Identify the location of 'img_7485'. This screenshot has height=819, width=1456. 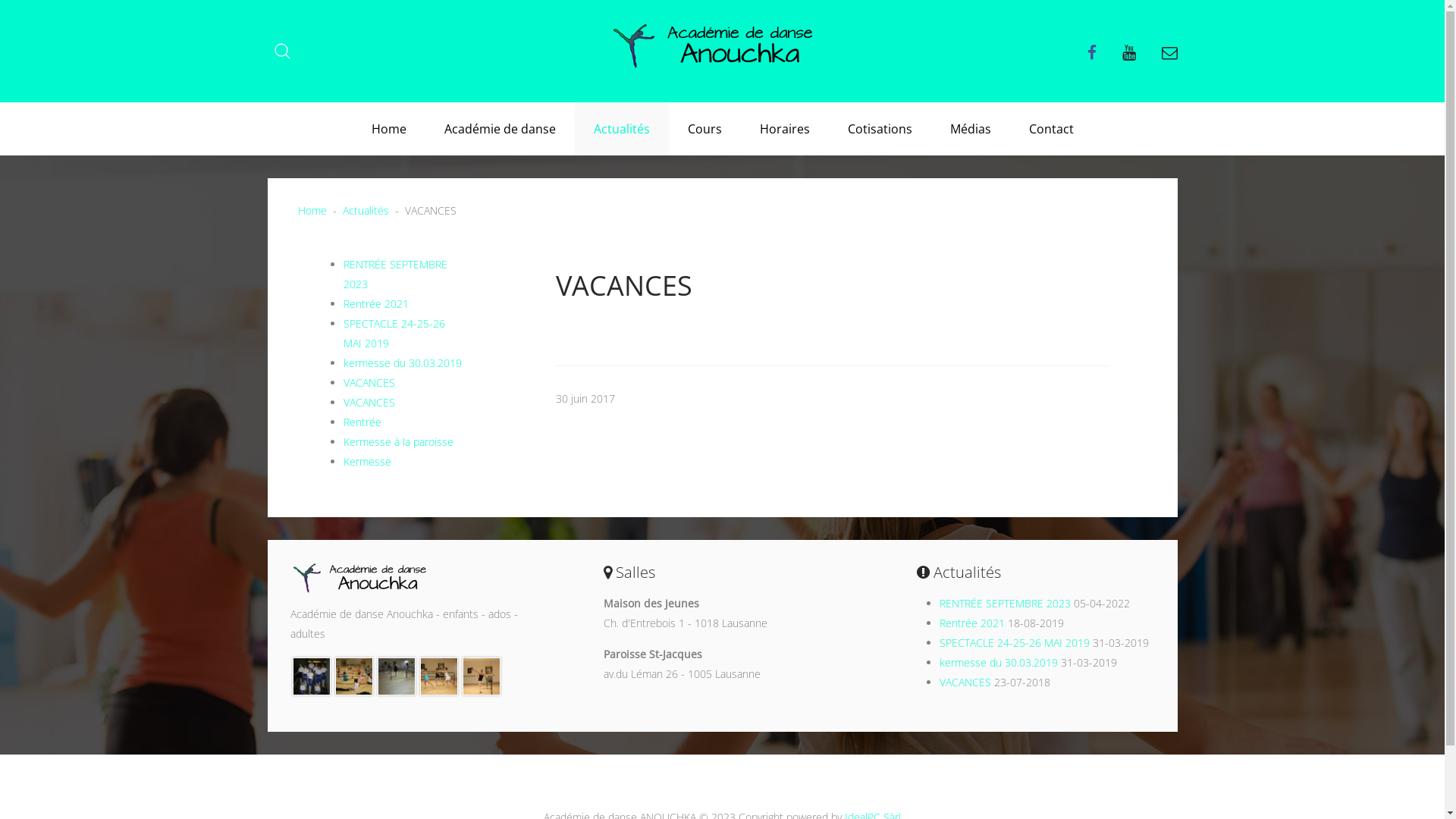
(353, 674).